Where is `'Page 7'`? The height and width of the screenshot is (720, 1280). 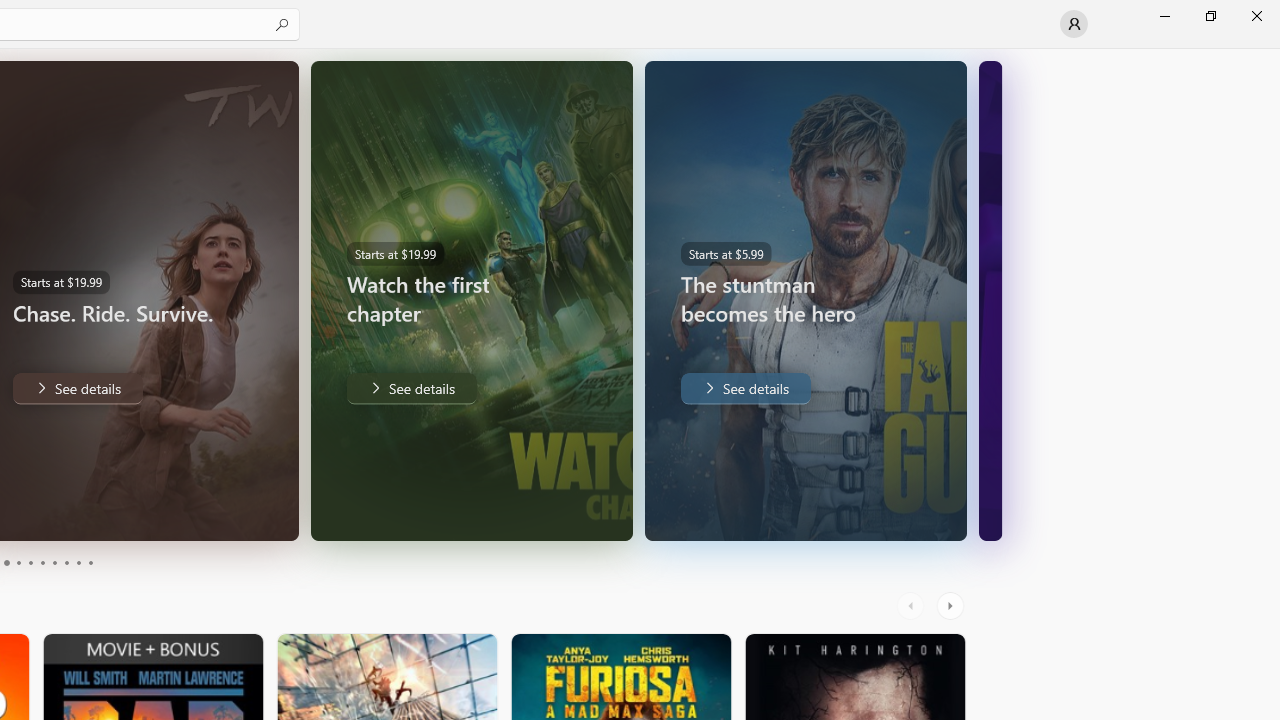
'Page 7' is located at coordinates (54, 563).